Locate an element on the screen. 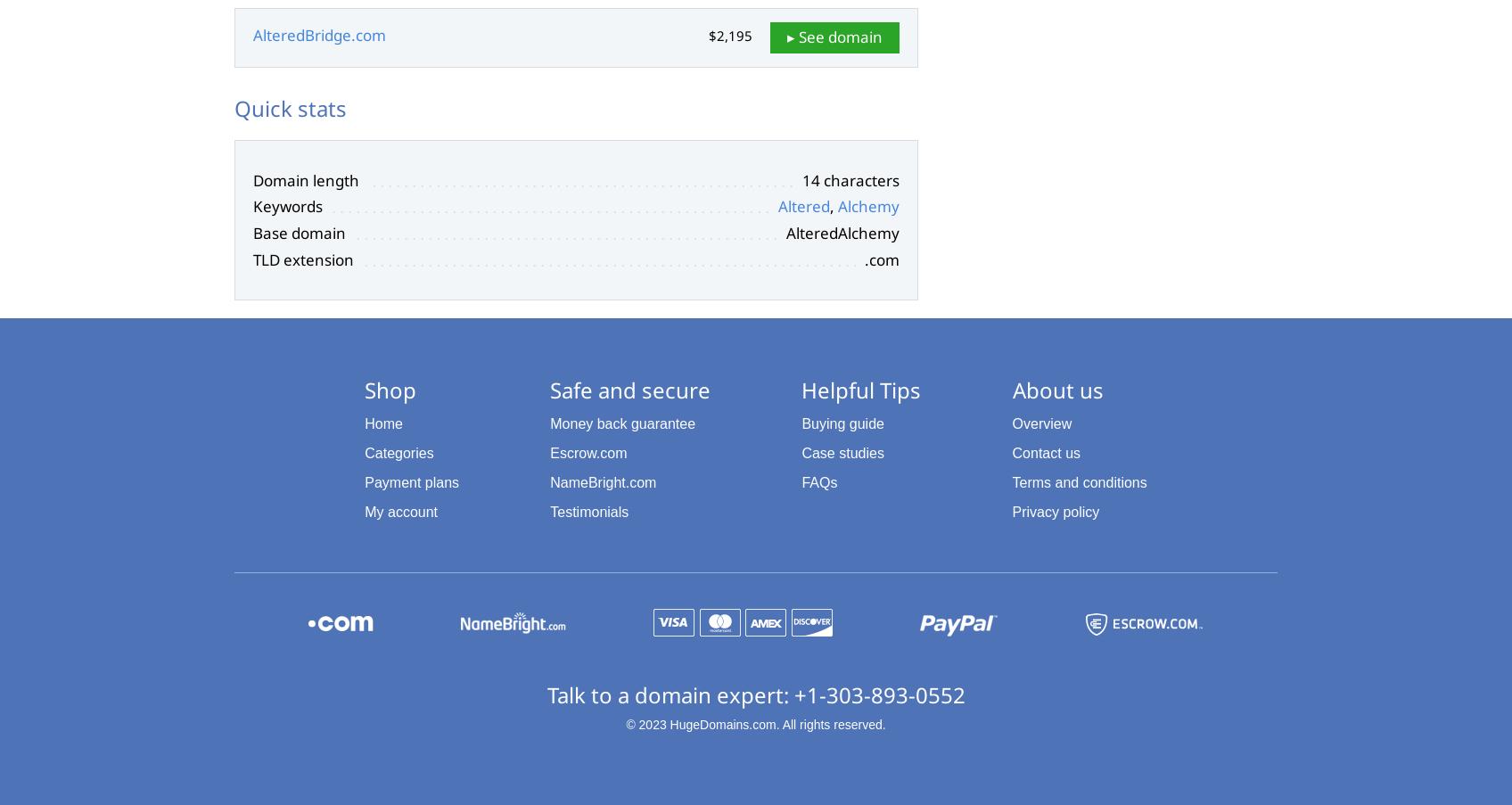  'Privacy policy' is located at coordinates (1055, 510).